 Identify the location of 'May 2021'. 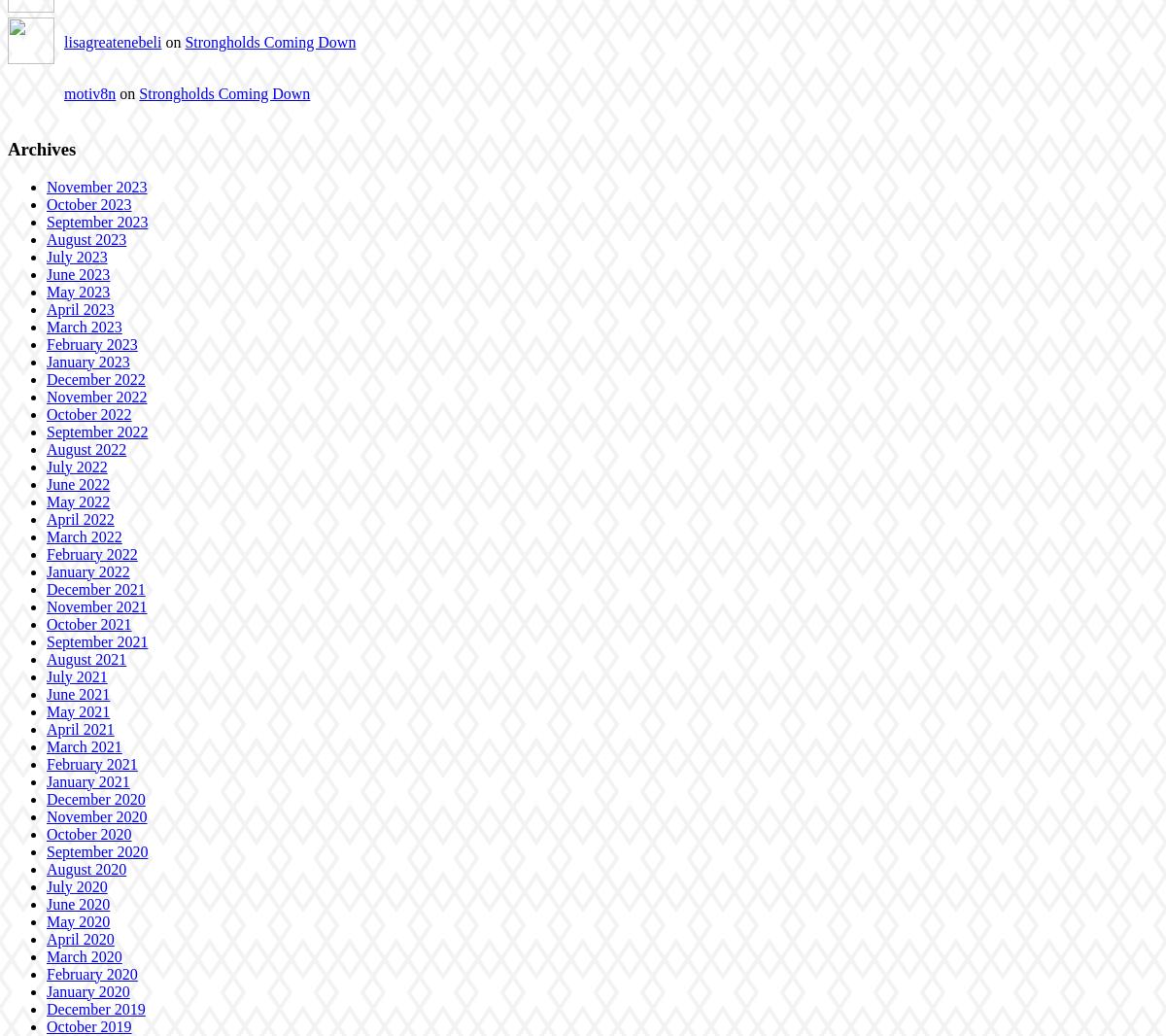
(78, 709).